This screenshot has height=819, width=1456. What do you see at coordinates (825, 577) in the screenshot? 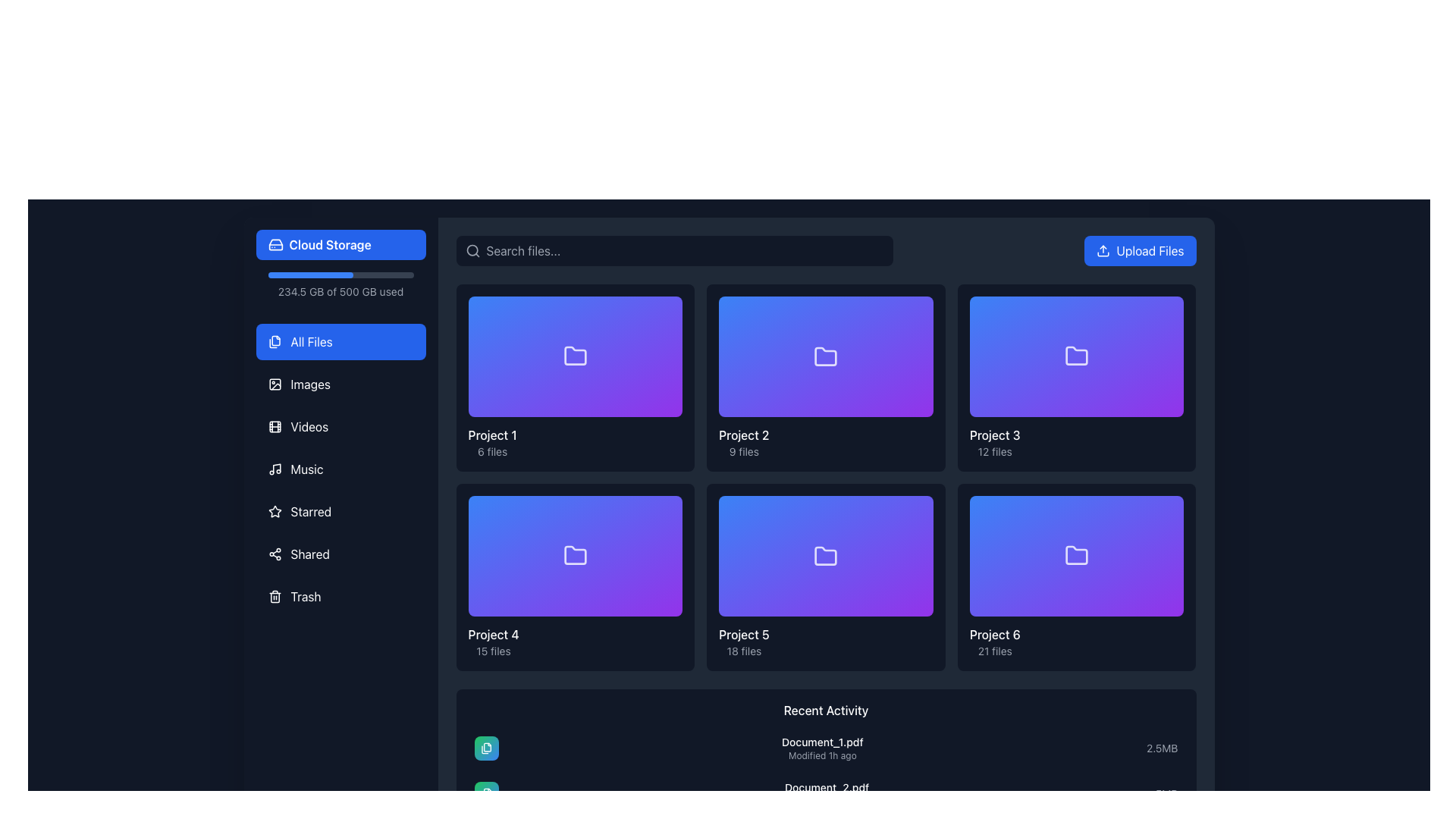
I see `the clickable card element for 'Project 5' located in the second row and second column of the grid layout to trigger hover effects` at bounding box center [825, 577].